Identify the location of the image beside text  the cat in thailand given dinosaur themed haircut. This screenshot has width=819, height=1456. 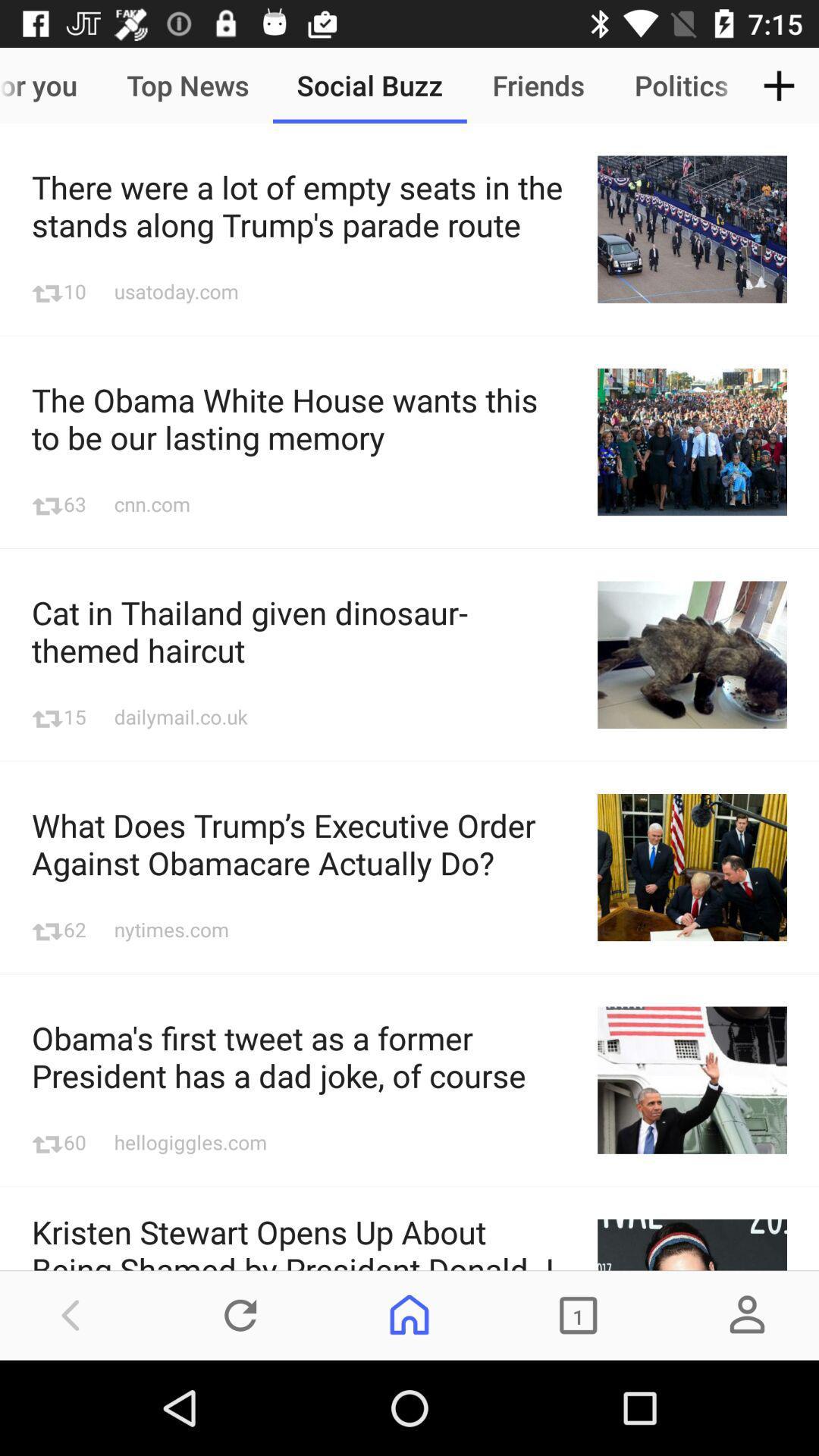
(692, 655).